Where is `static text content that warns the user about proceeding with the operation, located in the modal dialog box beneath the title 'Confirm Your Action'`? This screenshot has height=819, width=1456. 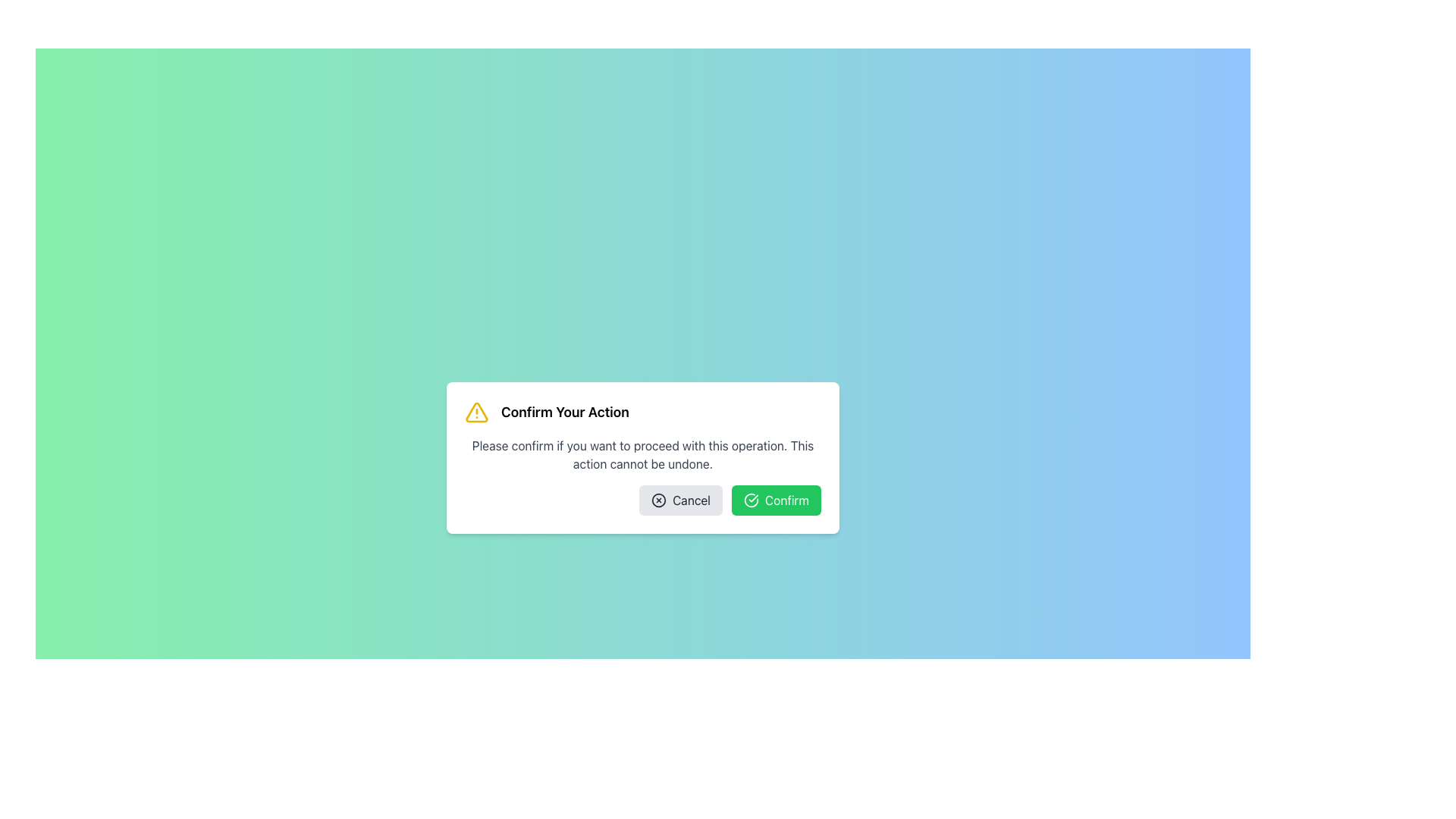 static text content that warns the user about proceeding with the operation, located in the modal dialog box beneath the title 'Confirm Your Action' is located at coordinates (643, 454).